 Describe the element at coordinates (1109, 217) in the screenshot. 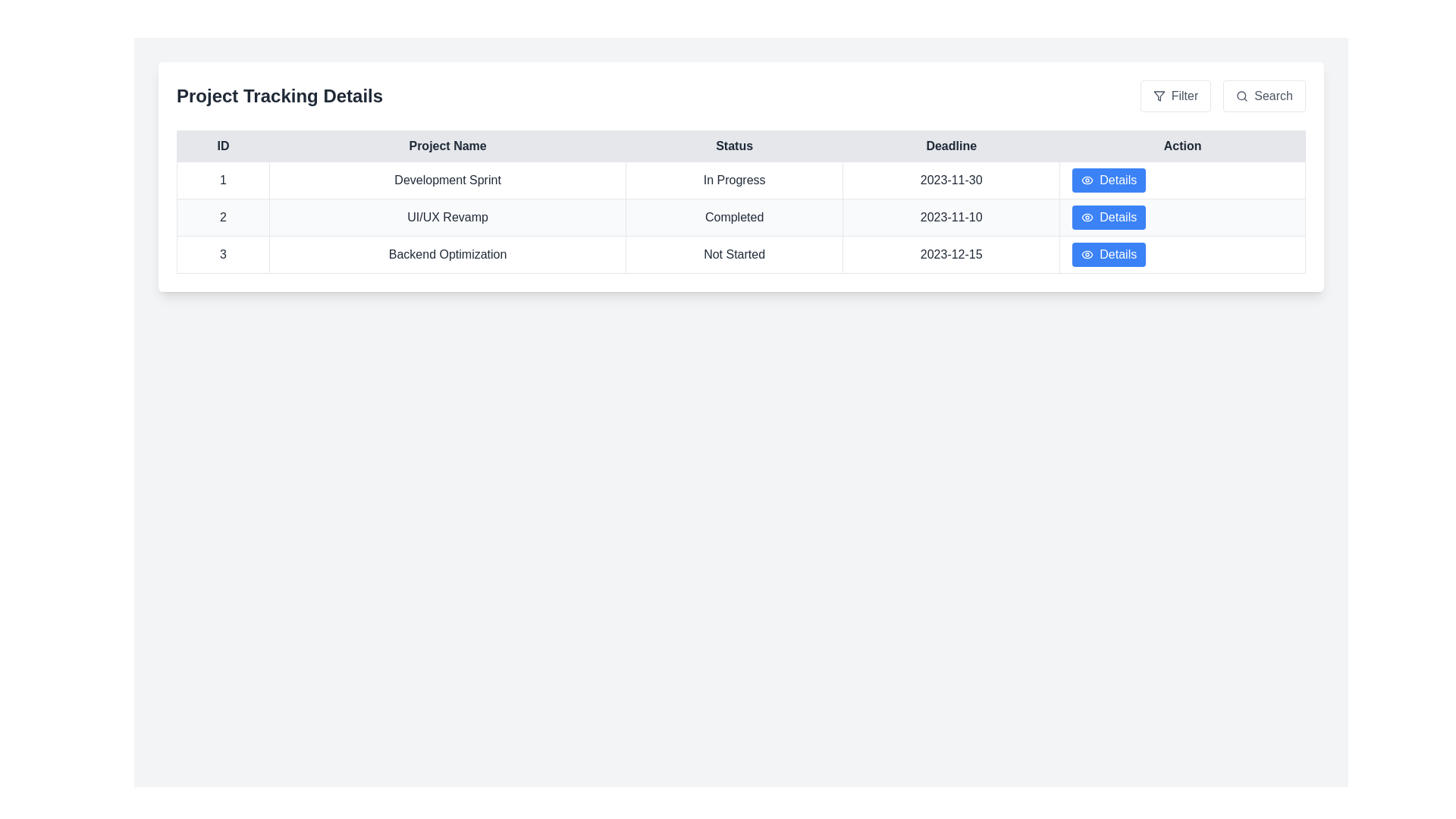

I see `the button in the 'Action' column of the second row` at that location.